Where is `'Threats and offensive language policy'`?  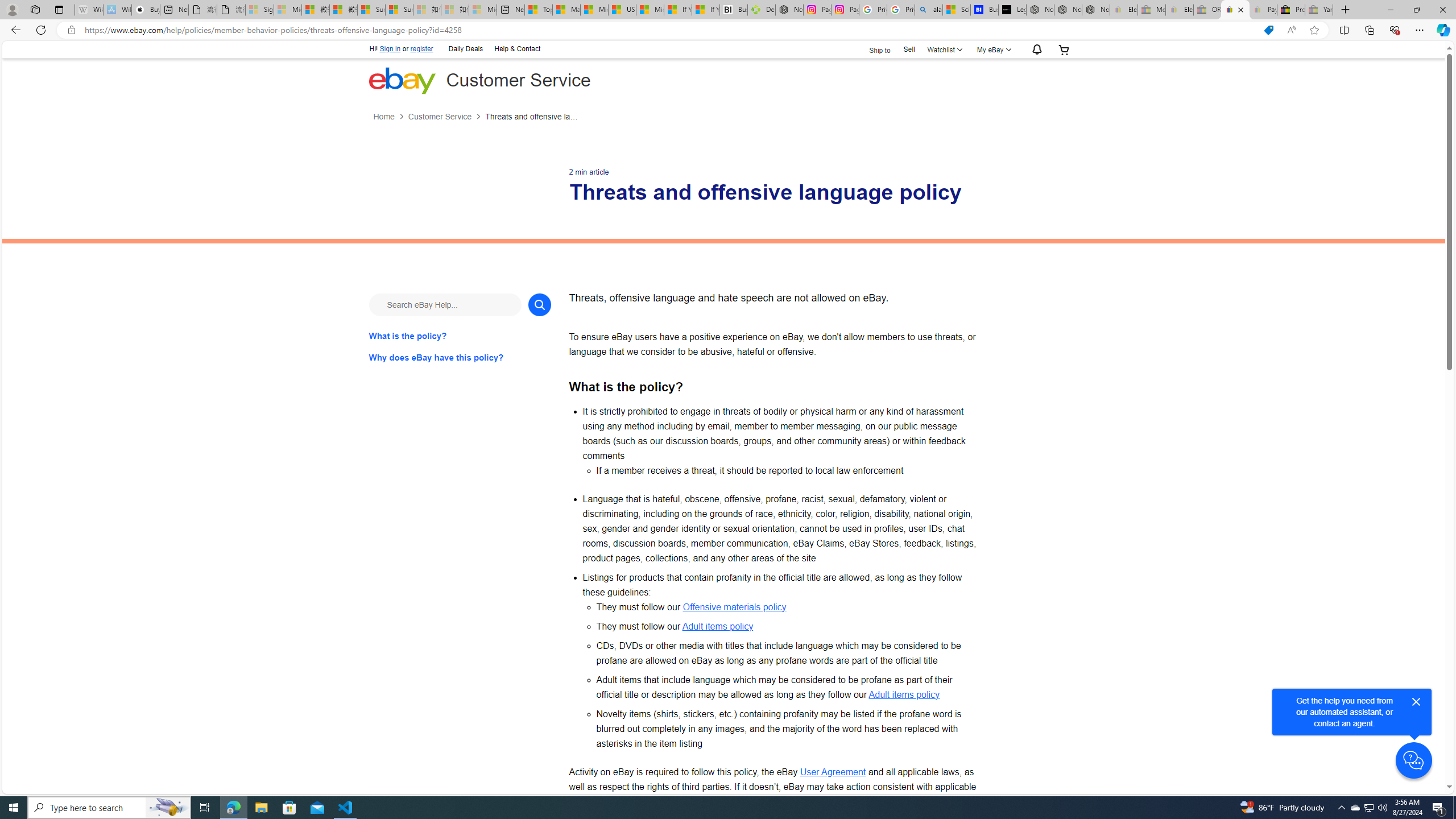 'Threats and offensive language policy' is located at coordinates (532, 116).